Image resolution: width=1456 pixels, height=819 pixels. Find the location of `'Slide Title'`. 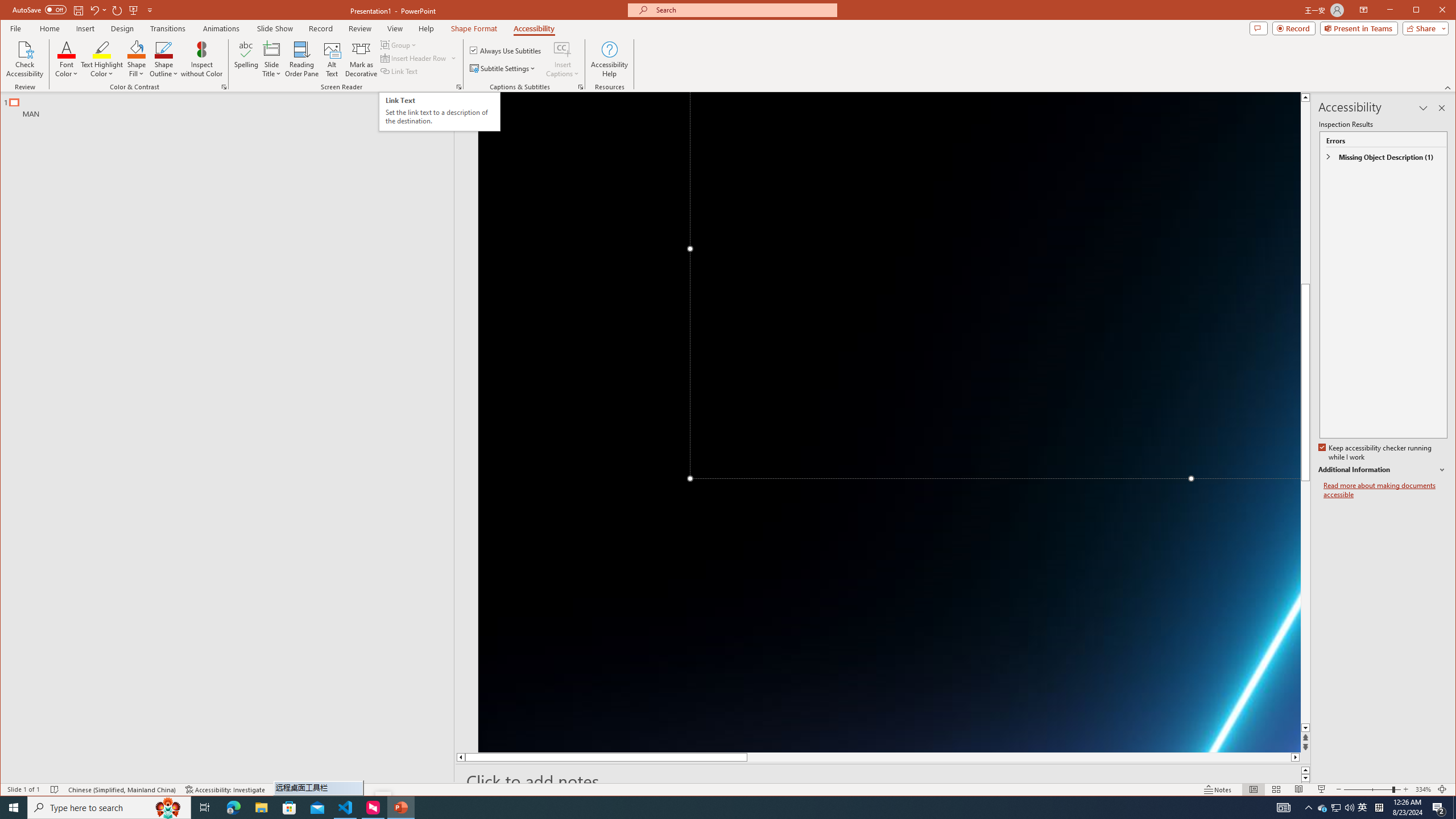

'Slide Title' is located at coordinates (271, 59).